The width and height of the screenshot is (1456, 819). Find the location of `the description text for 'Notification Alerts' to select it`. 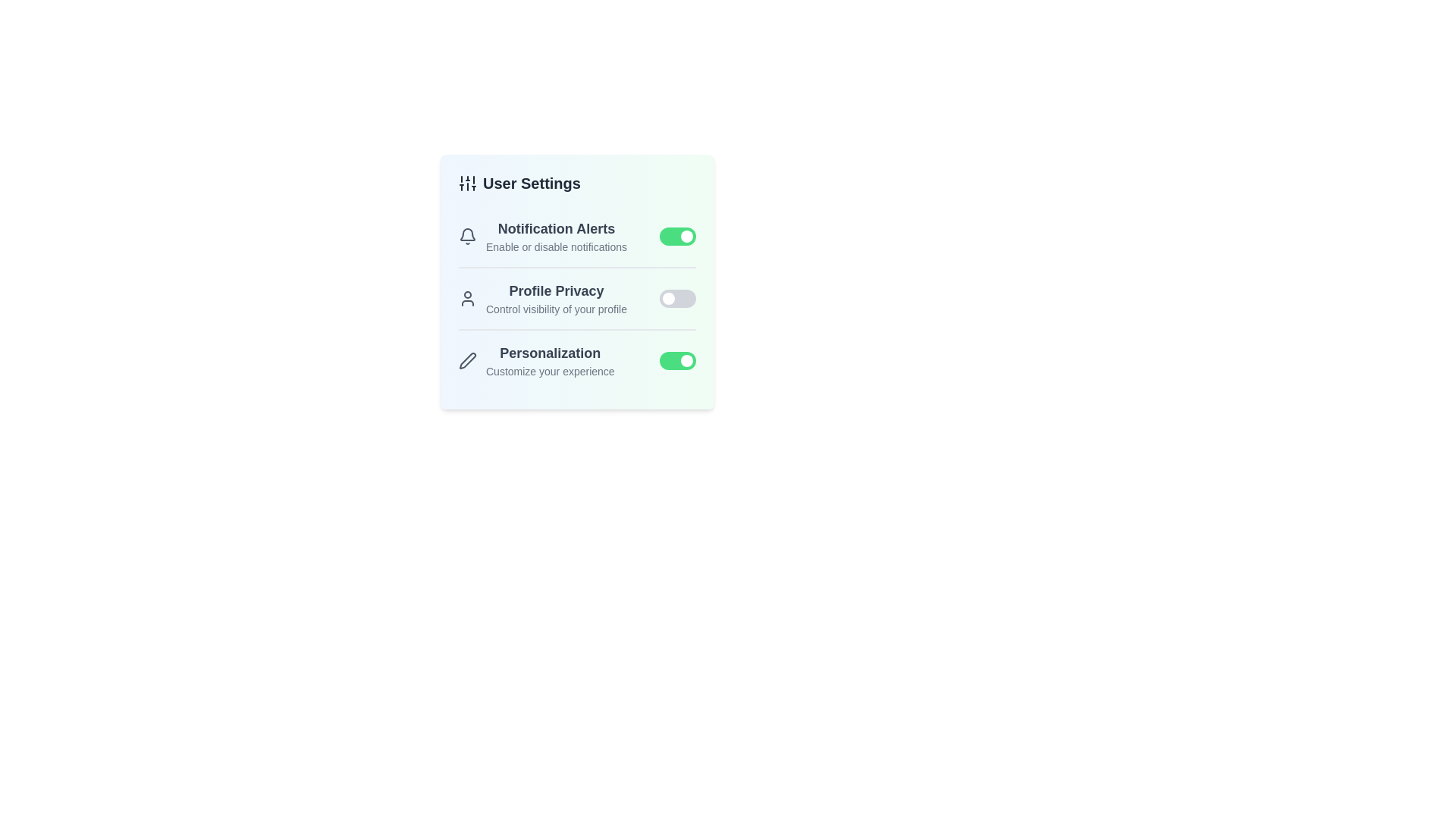

the description text for 'Notification Alerts' to select it is located at coordinates (556, 246).